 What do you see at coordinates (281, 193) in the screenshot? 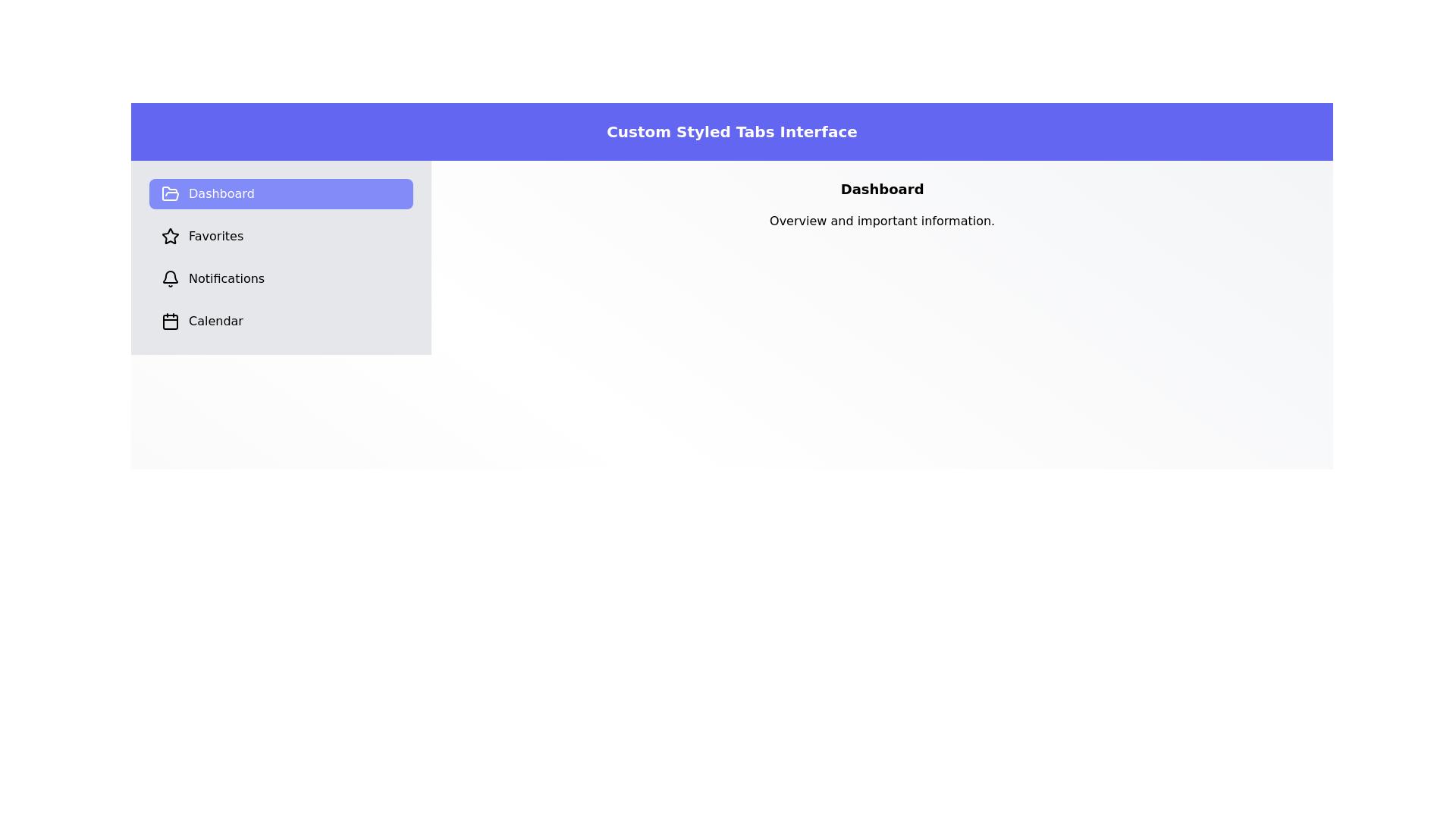
I see `the Dashboard tab to switch the content` at bounding box center [281, 193].